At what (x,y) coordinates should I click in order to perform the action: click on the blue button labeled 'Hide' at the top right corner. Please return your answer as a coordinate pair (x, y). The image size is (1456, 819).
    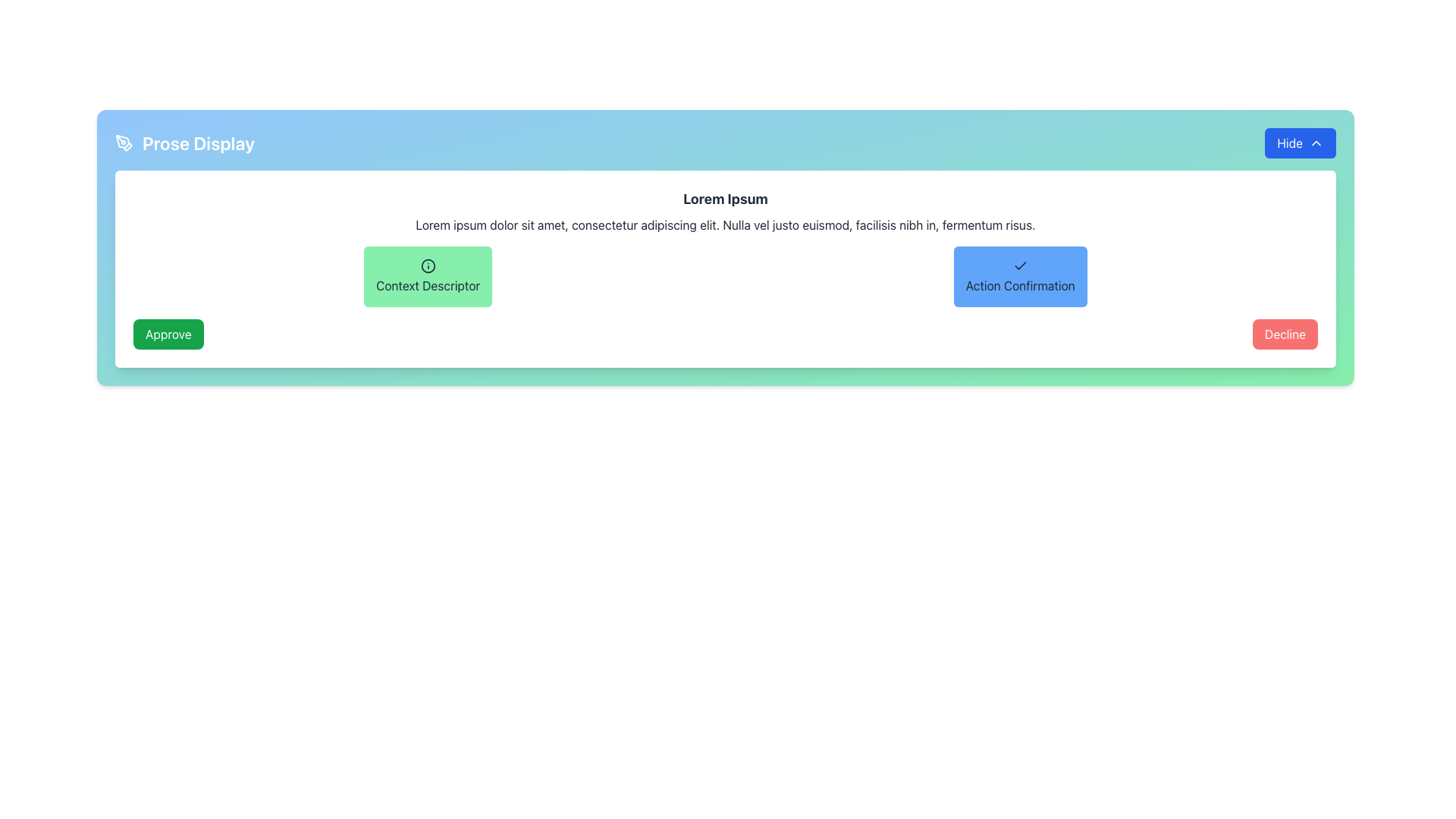
    Looking at the image, I should click on (1289, 143).